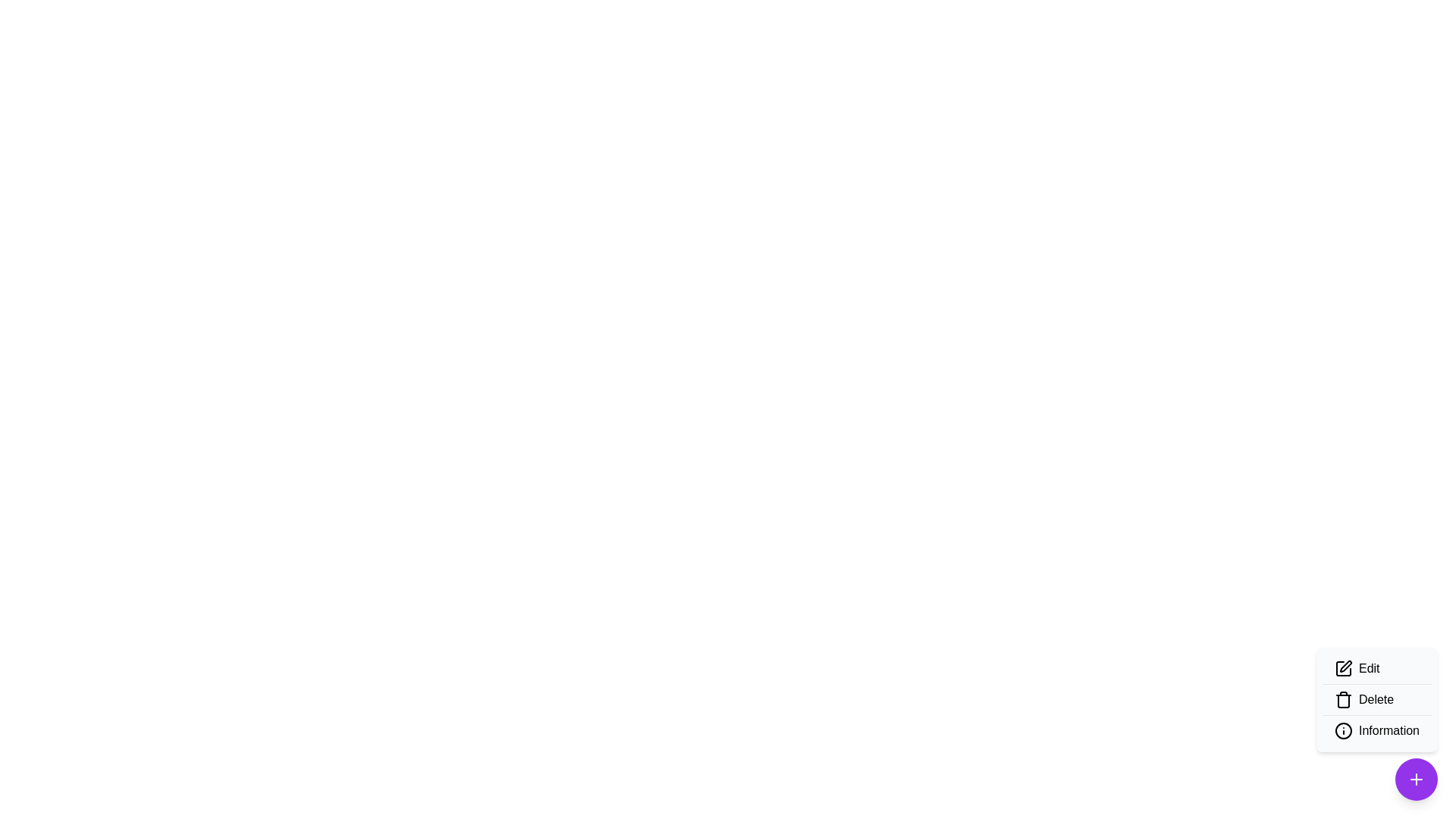  I want to click on the trash bin icon located in the action menu below the 'Edit' option and above the 'Information' option, so click(1343, 699).